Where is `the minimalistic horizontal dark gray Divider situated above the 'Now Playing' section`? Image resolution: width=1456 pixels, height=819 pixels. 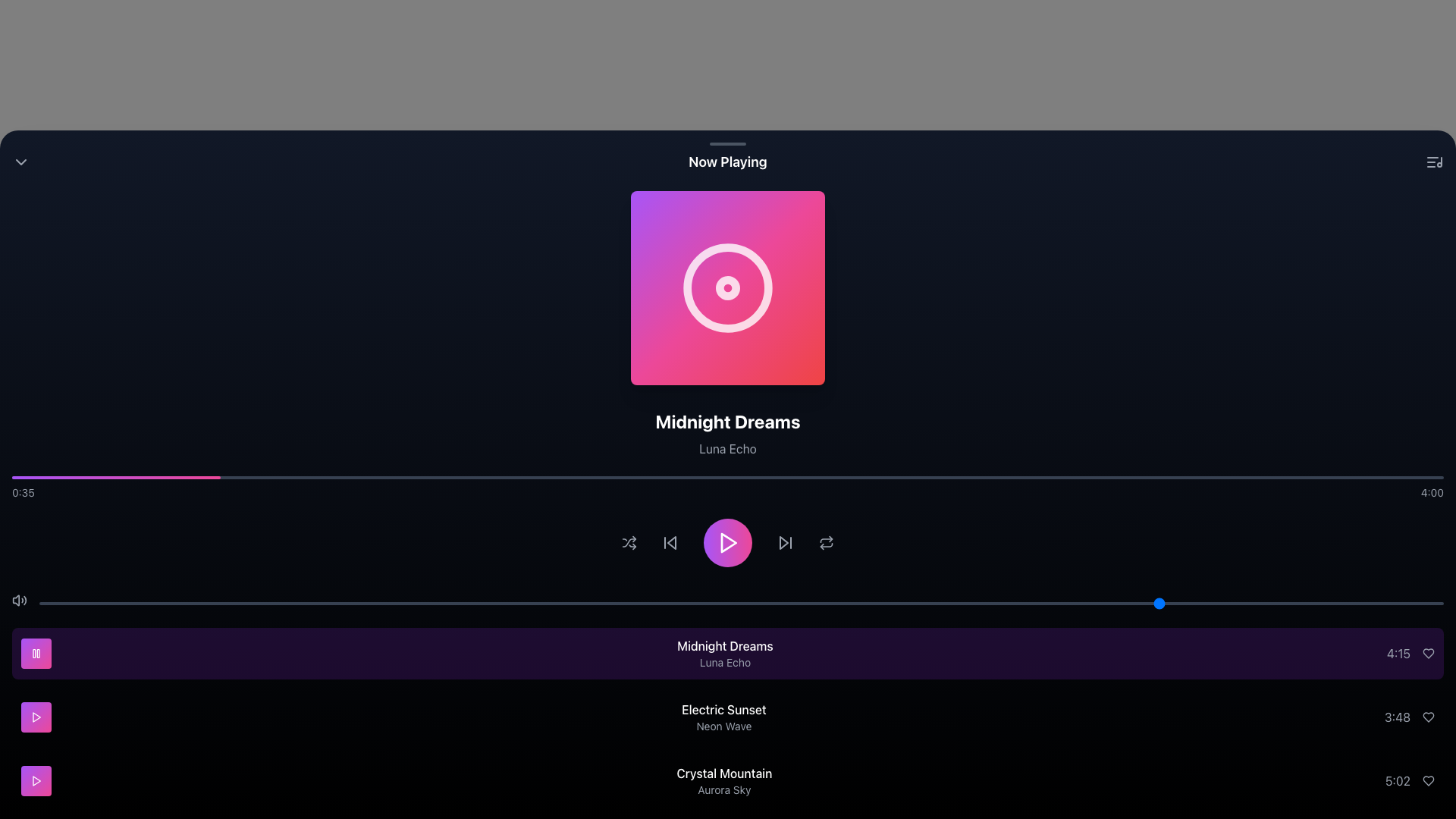 the minimalistic horizontal dark gray Divider situated above the 'Now Playing' section is located at coordinates (728, 143).